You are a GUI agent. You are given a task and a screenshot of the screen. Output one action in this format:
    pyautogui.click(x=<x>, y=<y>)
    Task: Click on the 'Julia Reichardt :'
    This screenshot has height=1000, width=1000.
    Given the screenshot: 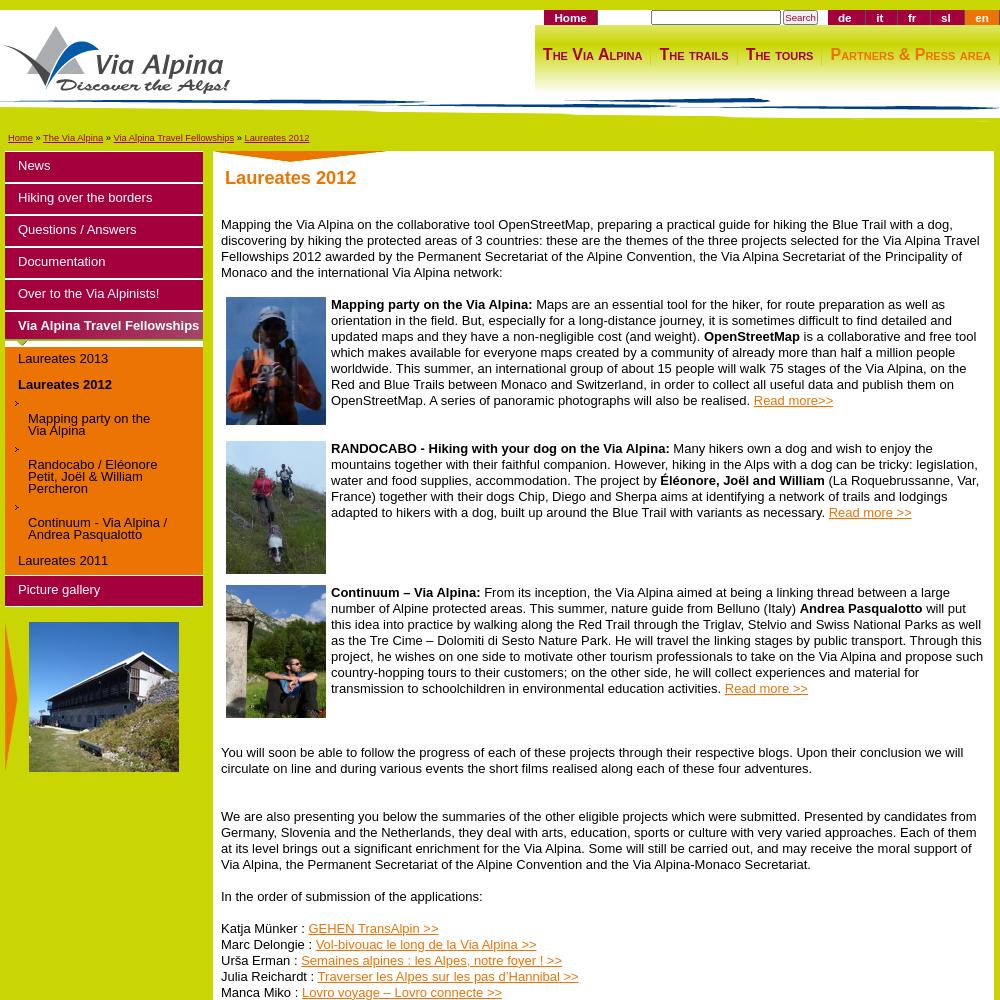 What is the action you would take?
    pyautogui.click(x=269, y=974)
    